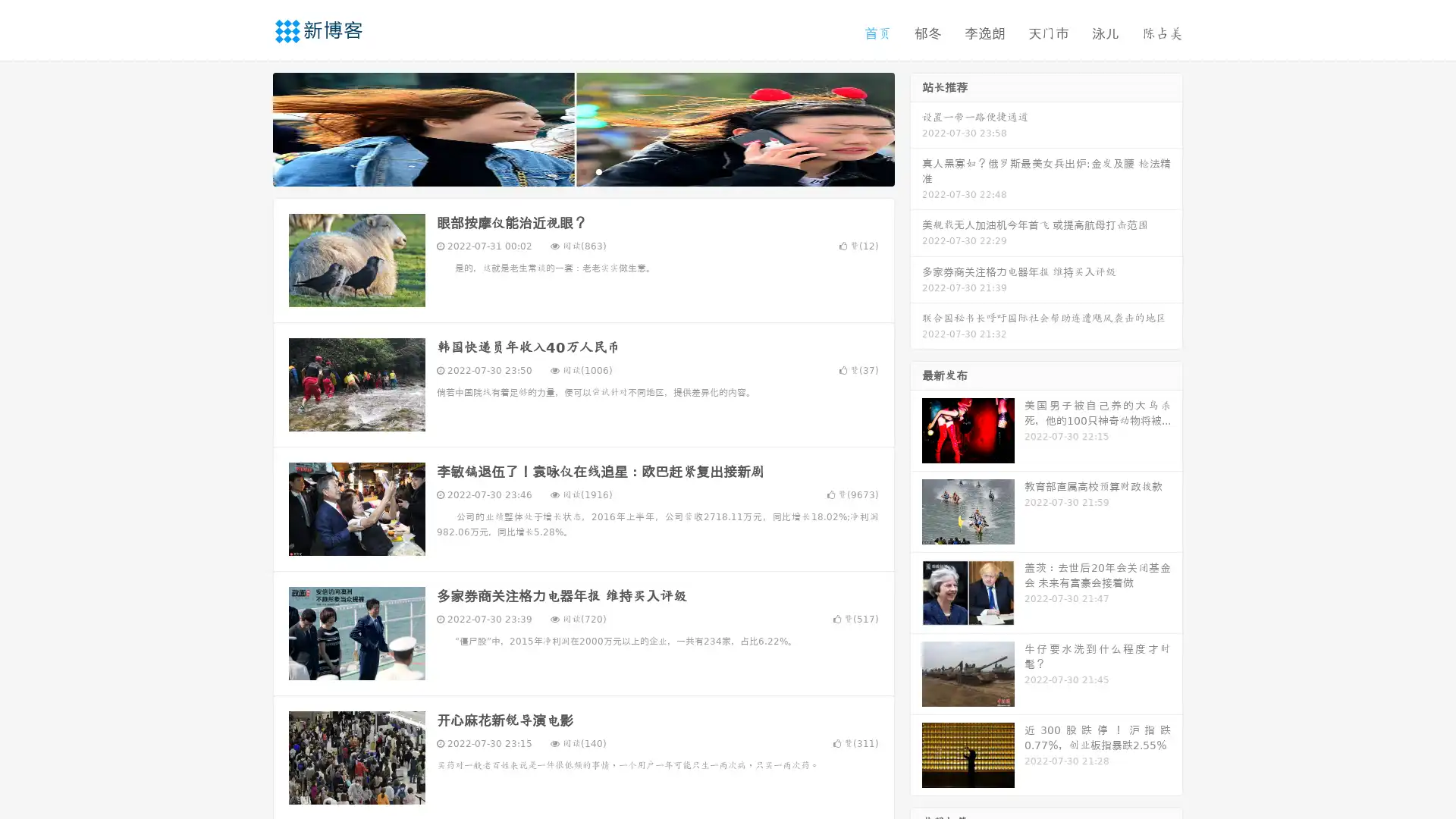  What do you see at coordinates (582, 171) in the screenshot?
I see `Go to slide 2` at bounding box center [582, 171].